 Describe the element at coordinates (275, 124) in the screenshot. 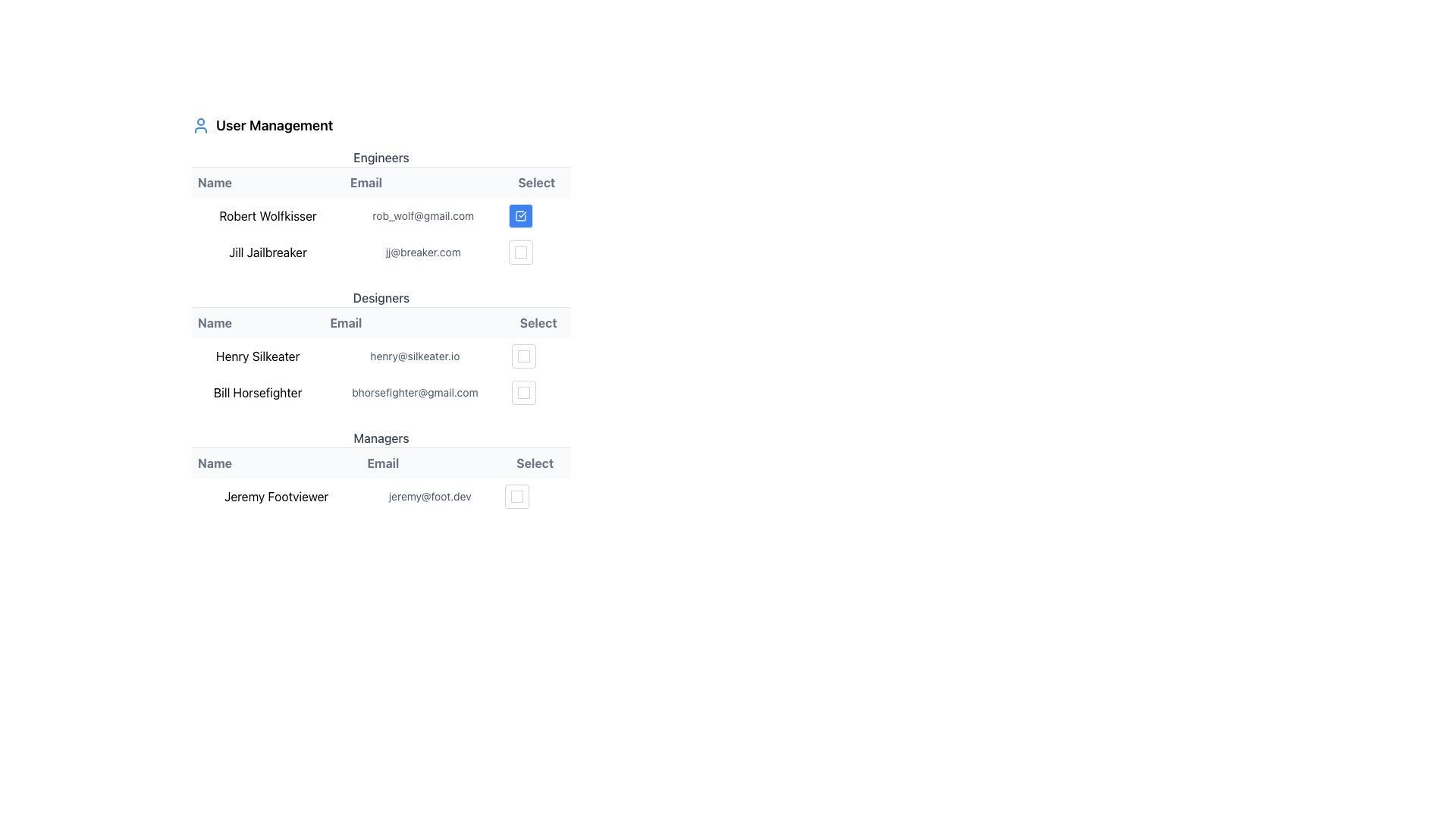

I see `text label displaying 'User Management' located to the right of the user icon in bold font style` at that location.